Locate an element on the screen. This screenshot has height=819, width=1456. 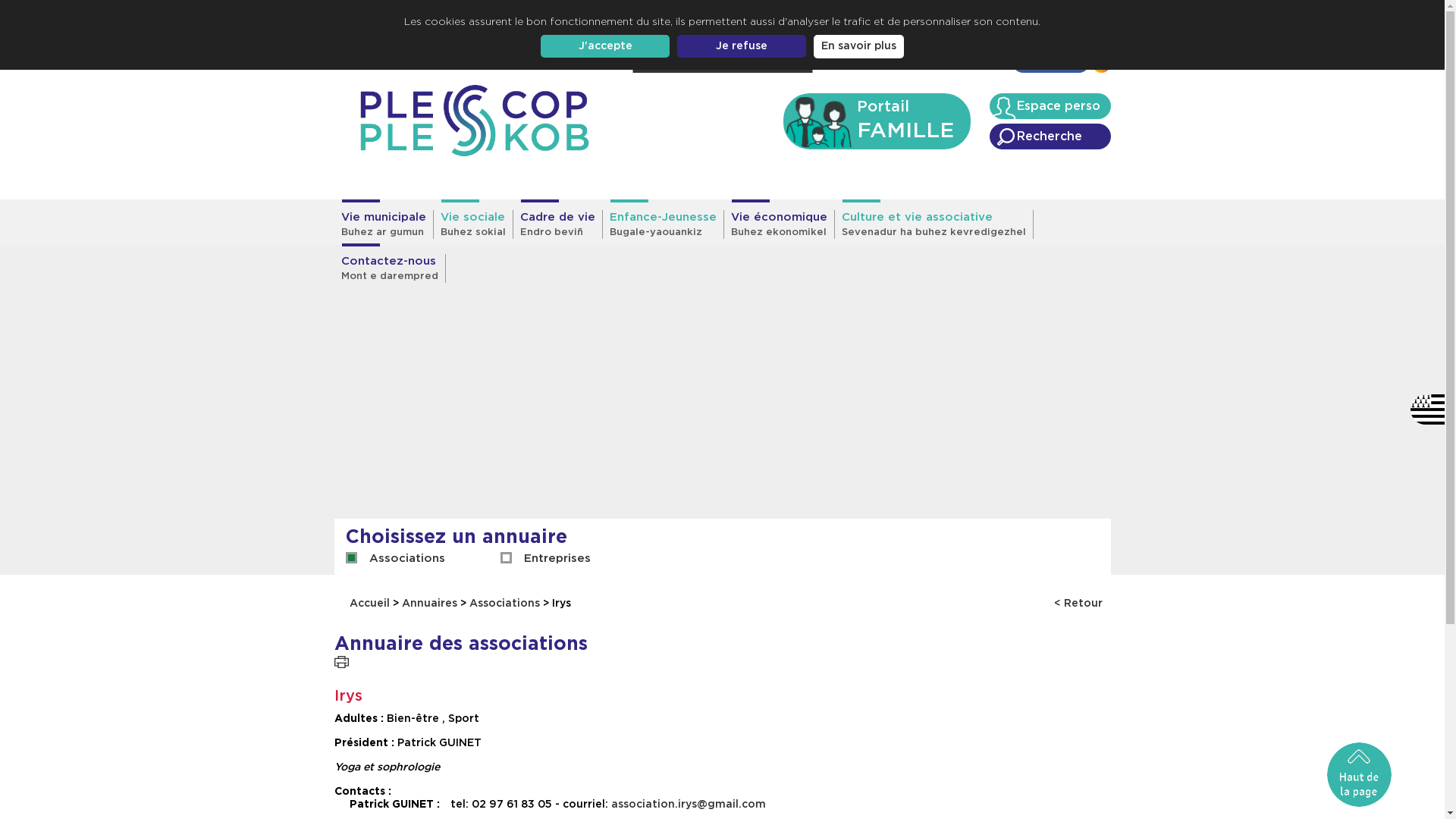
'Accueil' is located at coordinates (371, 602).